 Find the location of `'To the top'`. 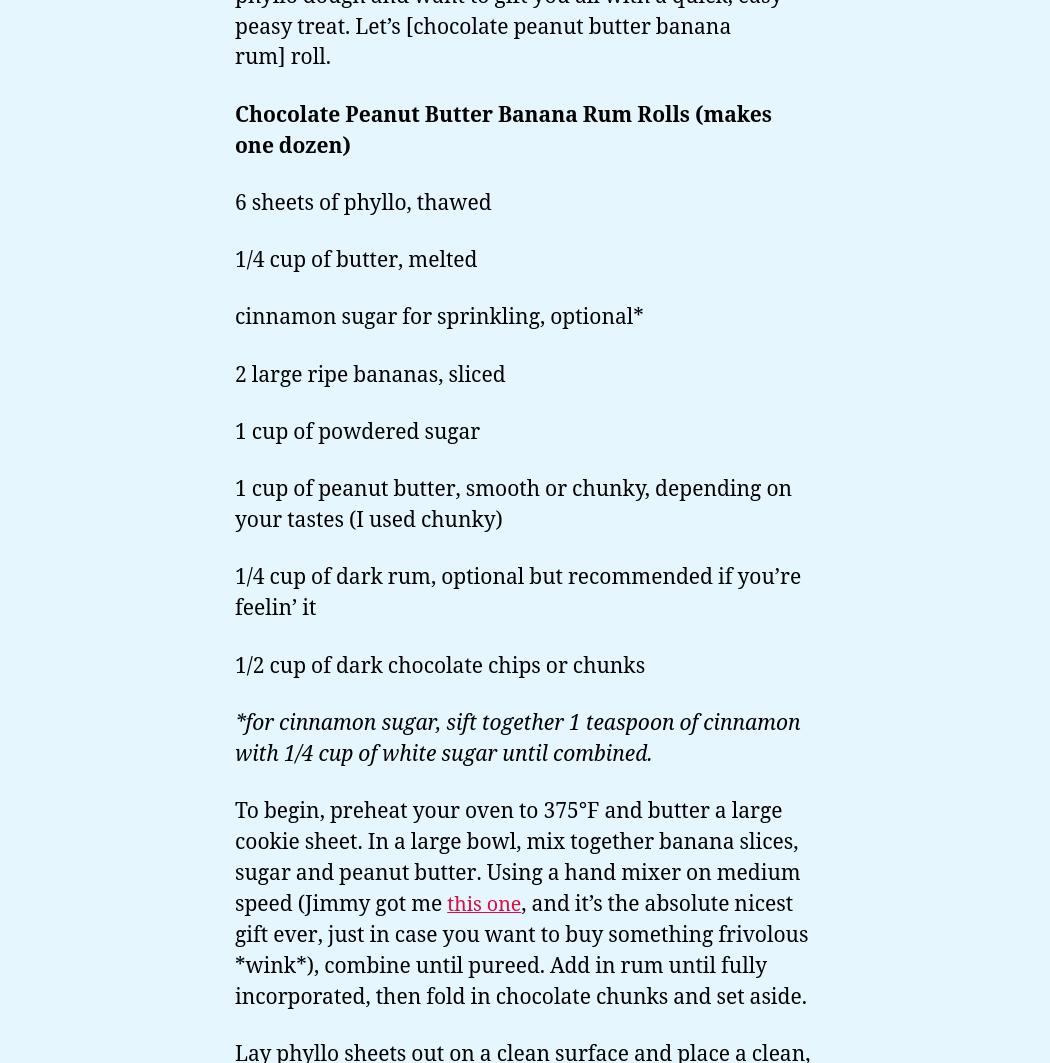

'To the top' is located at coordinates (947, 850).